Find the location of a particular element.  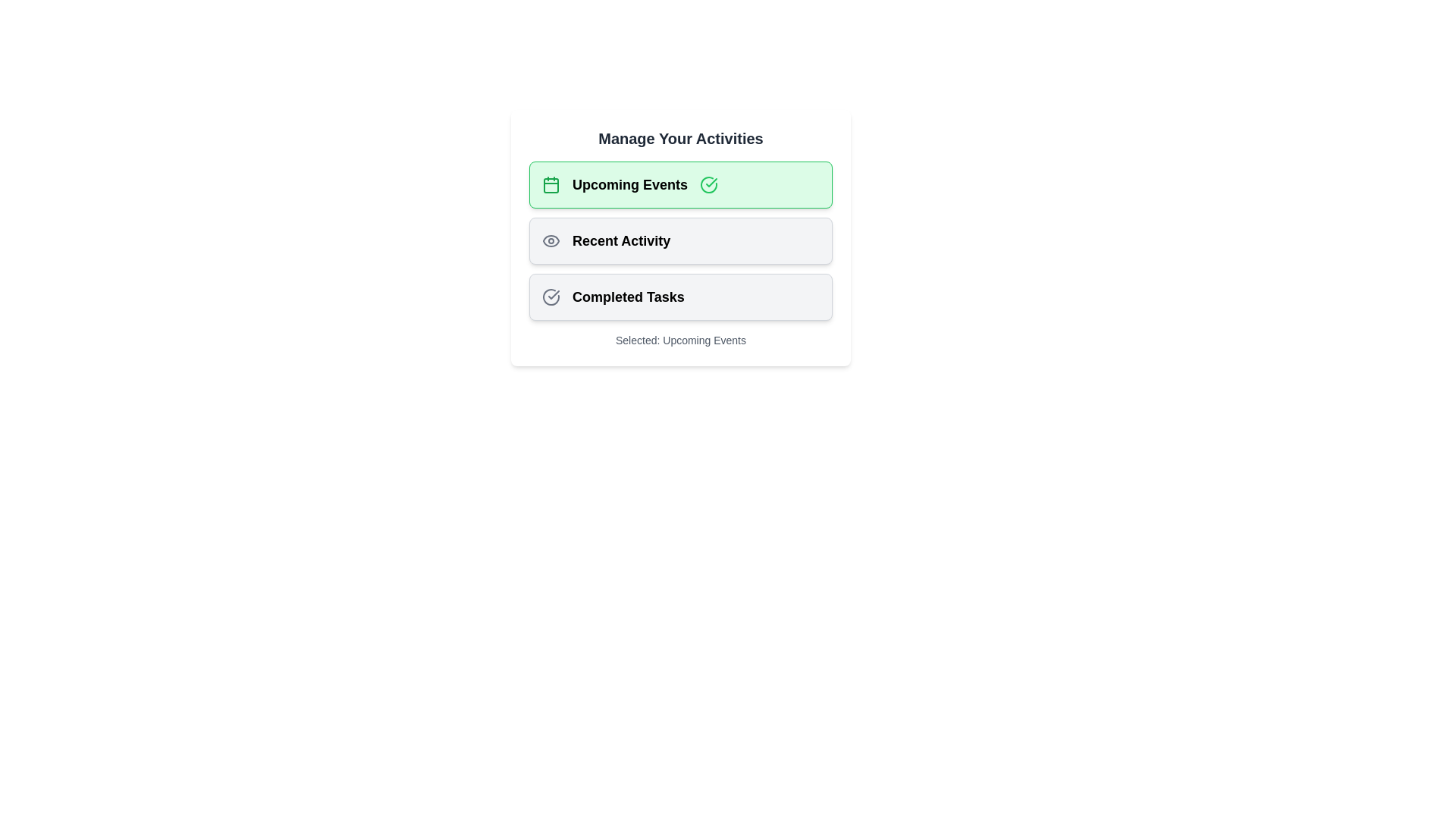

the chip labeled Recent Activity to observe the hover effect is located at coordinates (679, 240).